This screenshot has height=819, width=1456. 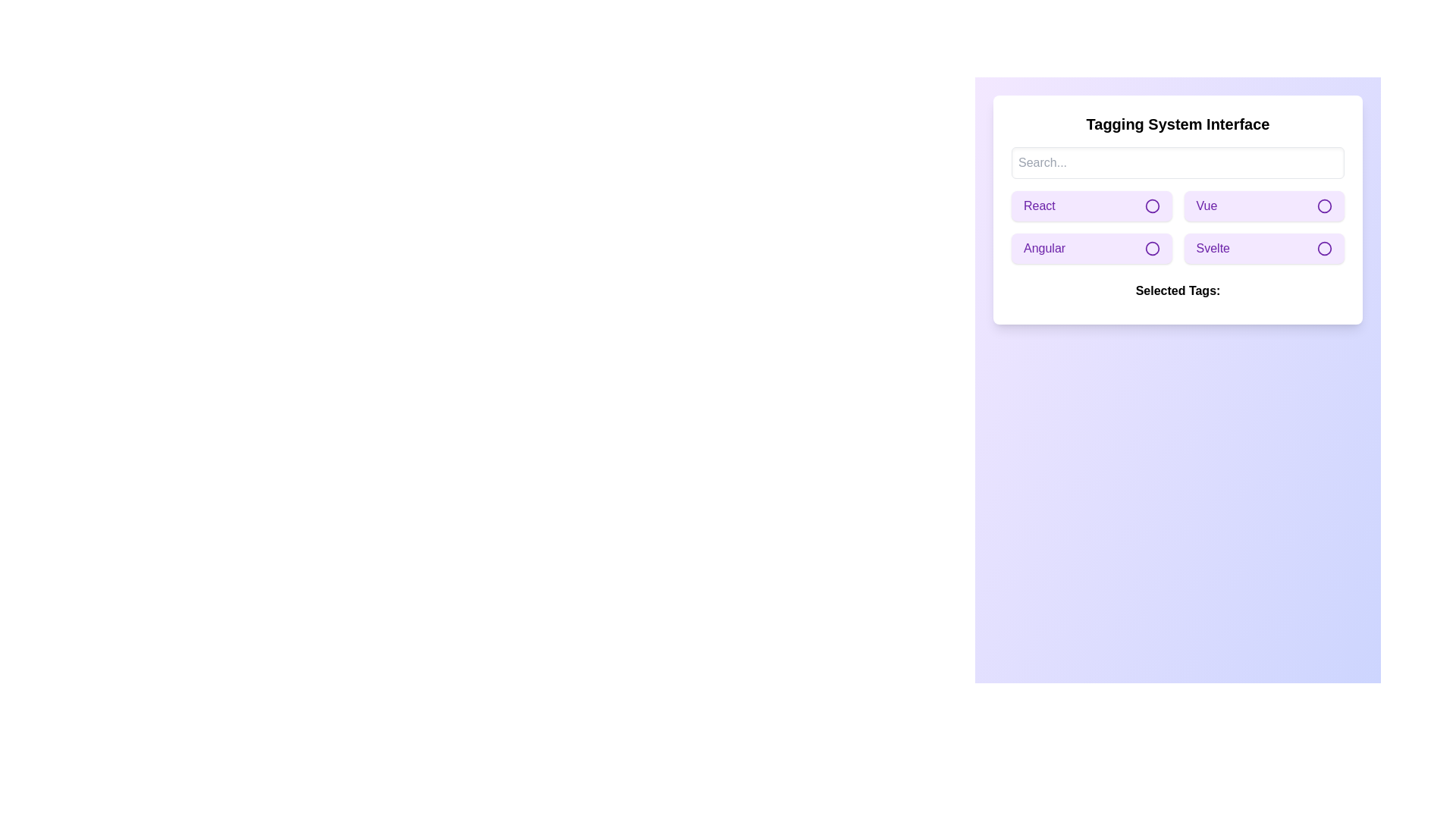 What do you see at coordinates (1324, 206) in the screenshot?
I see `the circular graphical element associated with the 'Vue' label in the tag selection system` at bounding box center [1324, 206].